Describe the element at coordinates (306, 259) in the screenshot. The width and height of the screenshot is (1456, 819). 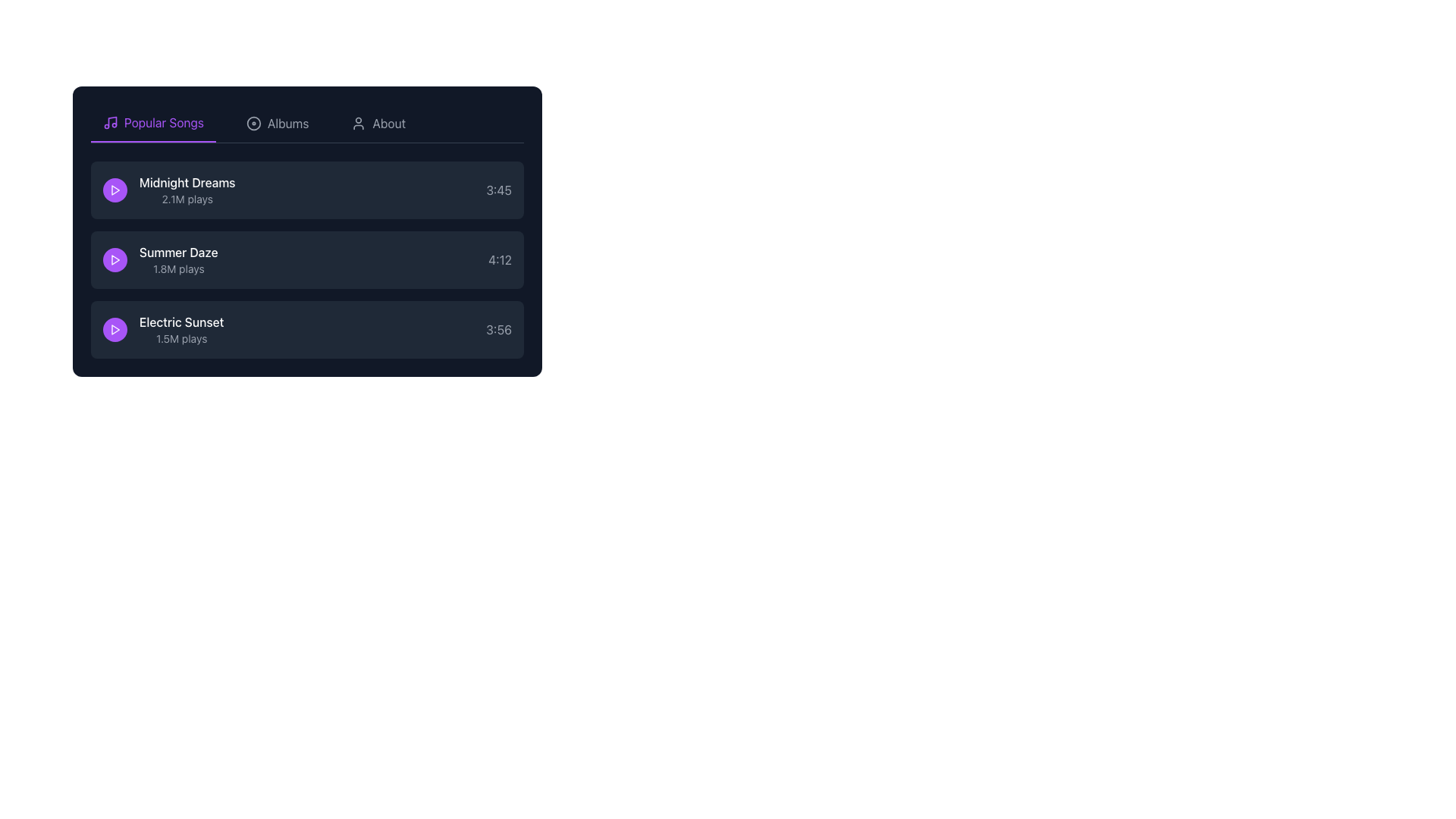
I see `the highlighted middle item in the 'Popular Songs' list` at that location.